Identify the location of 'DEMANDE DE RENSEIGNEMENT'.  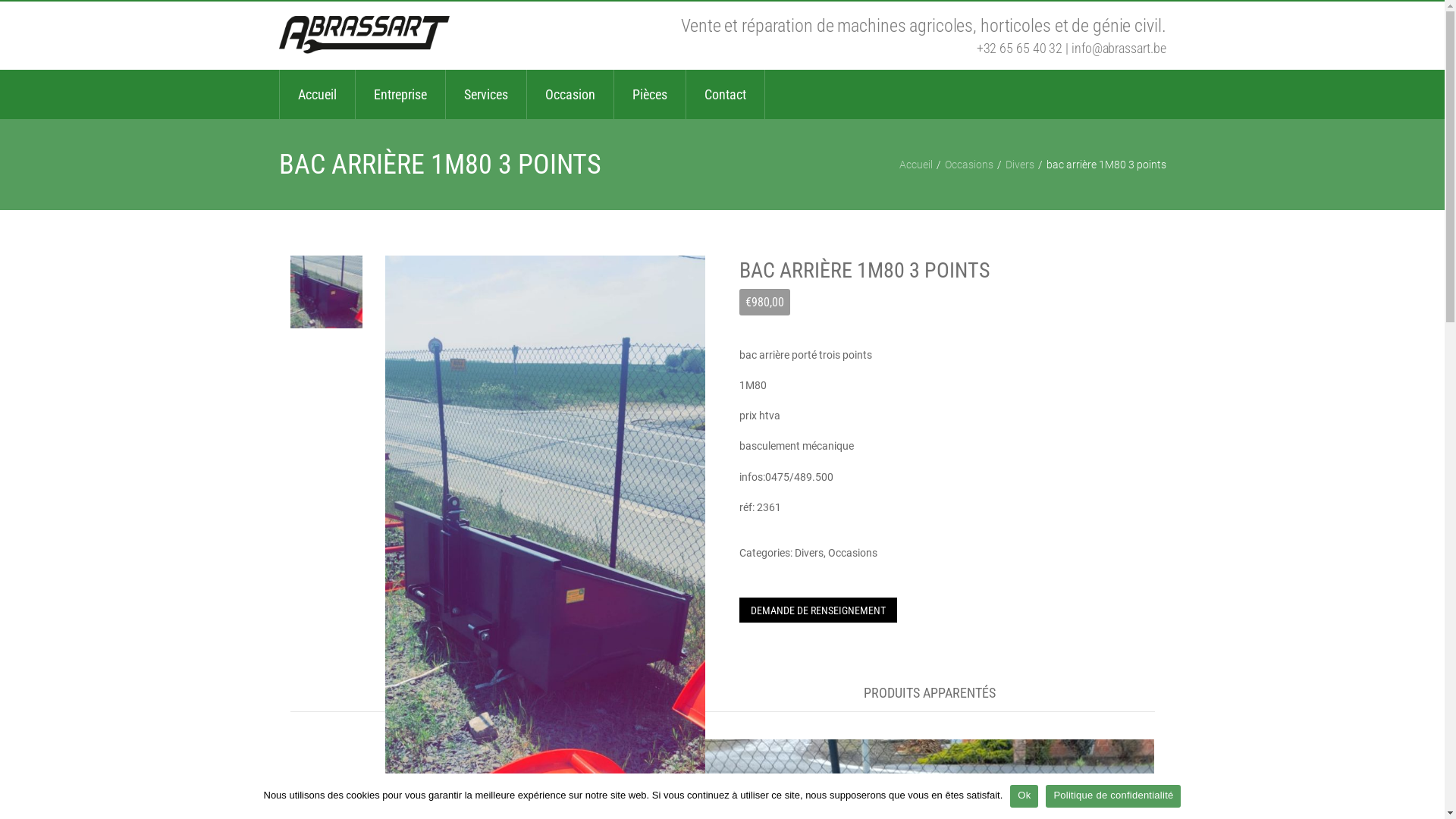
(817, 609).